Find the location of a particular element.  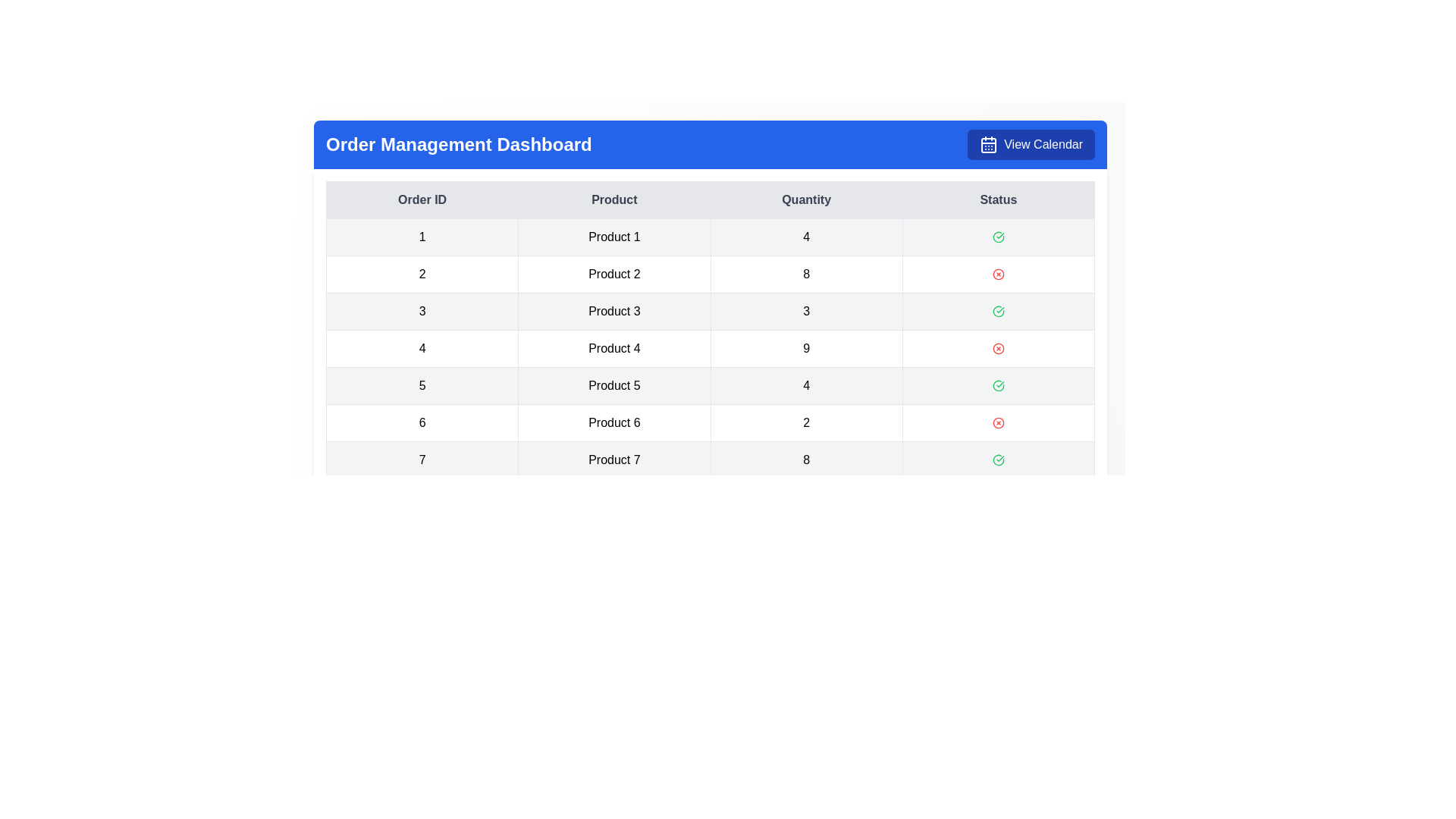

the 'View Calendar' button located in the header is located at coordinates (1031, 145).